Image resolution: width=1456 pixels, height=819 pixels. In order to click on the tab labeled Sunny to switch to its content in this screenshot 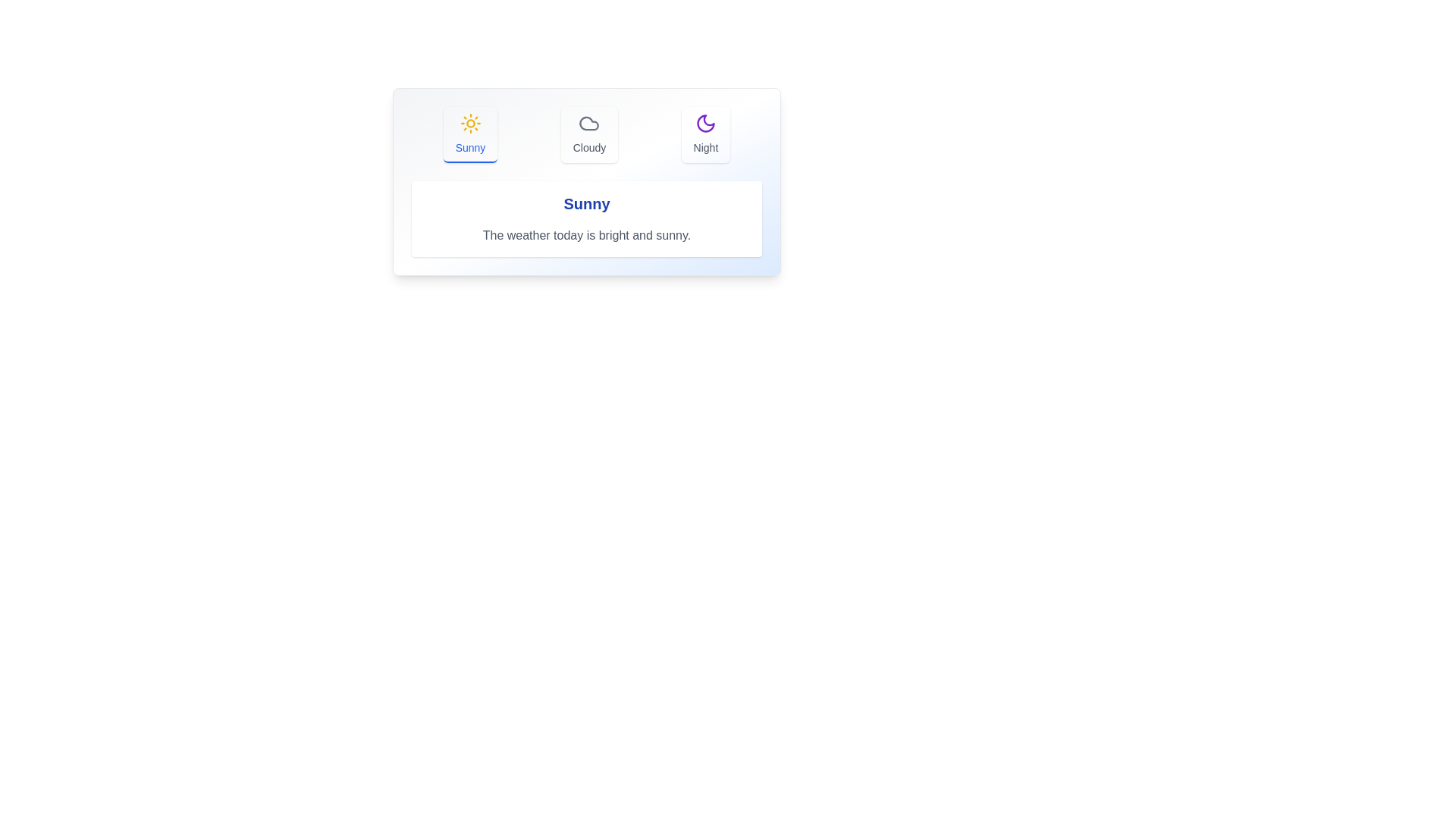, I will do `click(469, 133)`.